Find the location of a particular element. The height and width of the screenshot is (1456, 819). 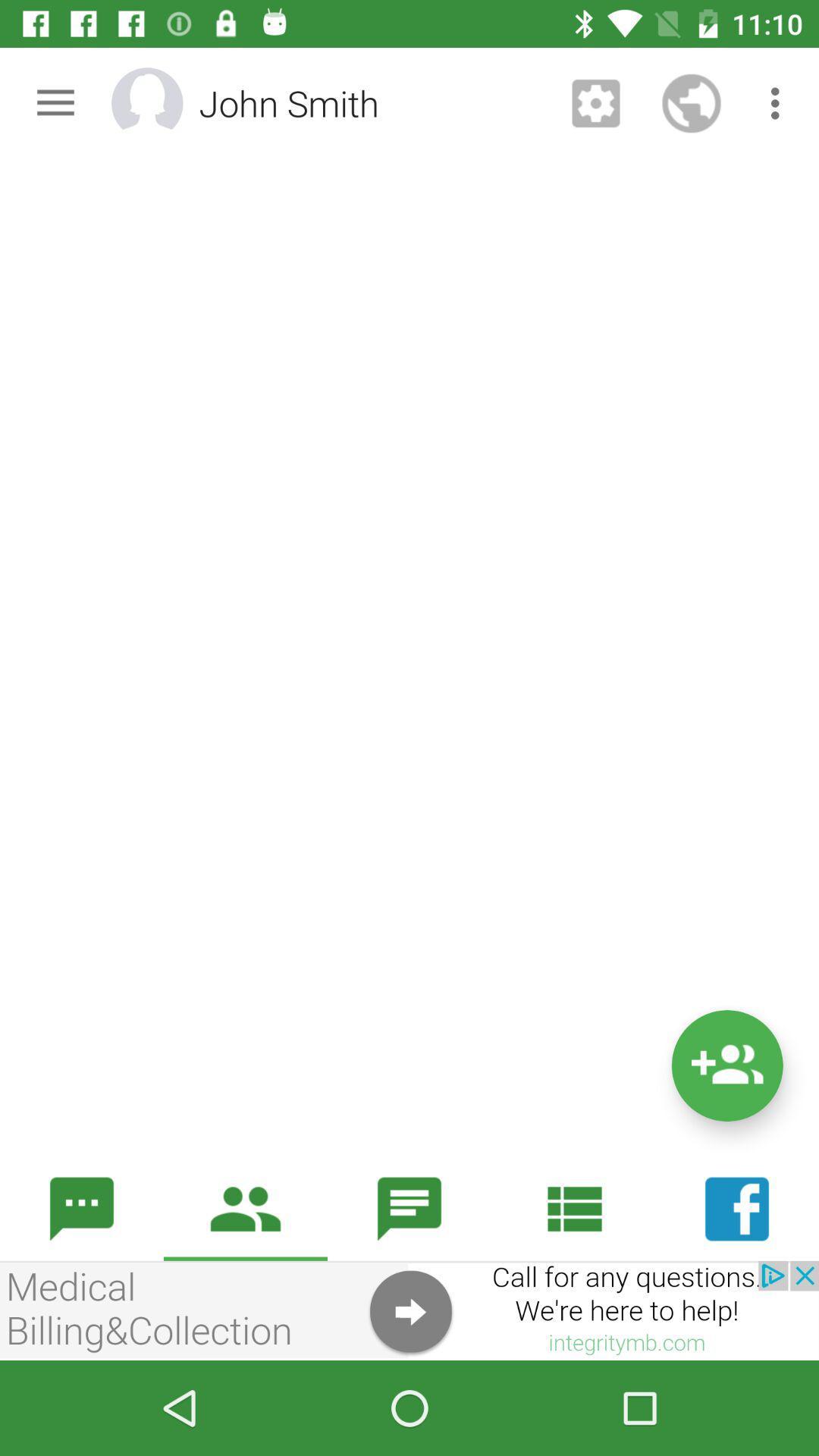

change profile photo is located at coordinates (167, 102).